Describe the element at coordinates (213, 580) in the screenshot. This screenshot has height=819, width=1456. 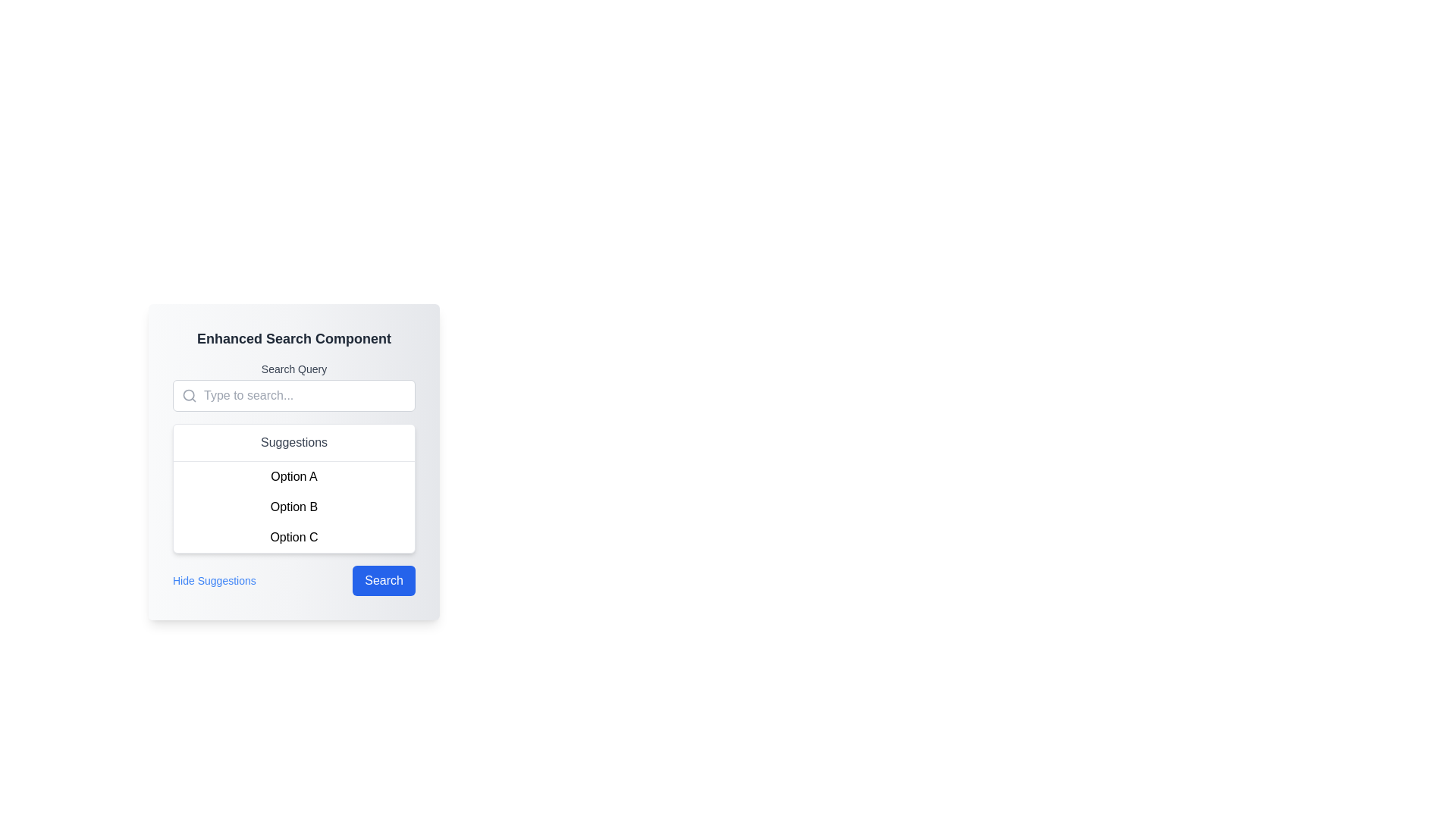
I see `the button that hides suggestions, located on the left side of the horizontal layout below the 'Suggestions' section` at that location.